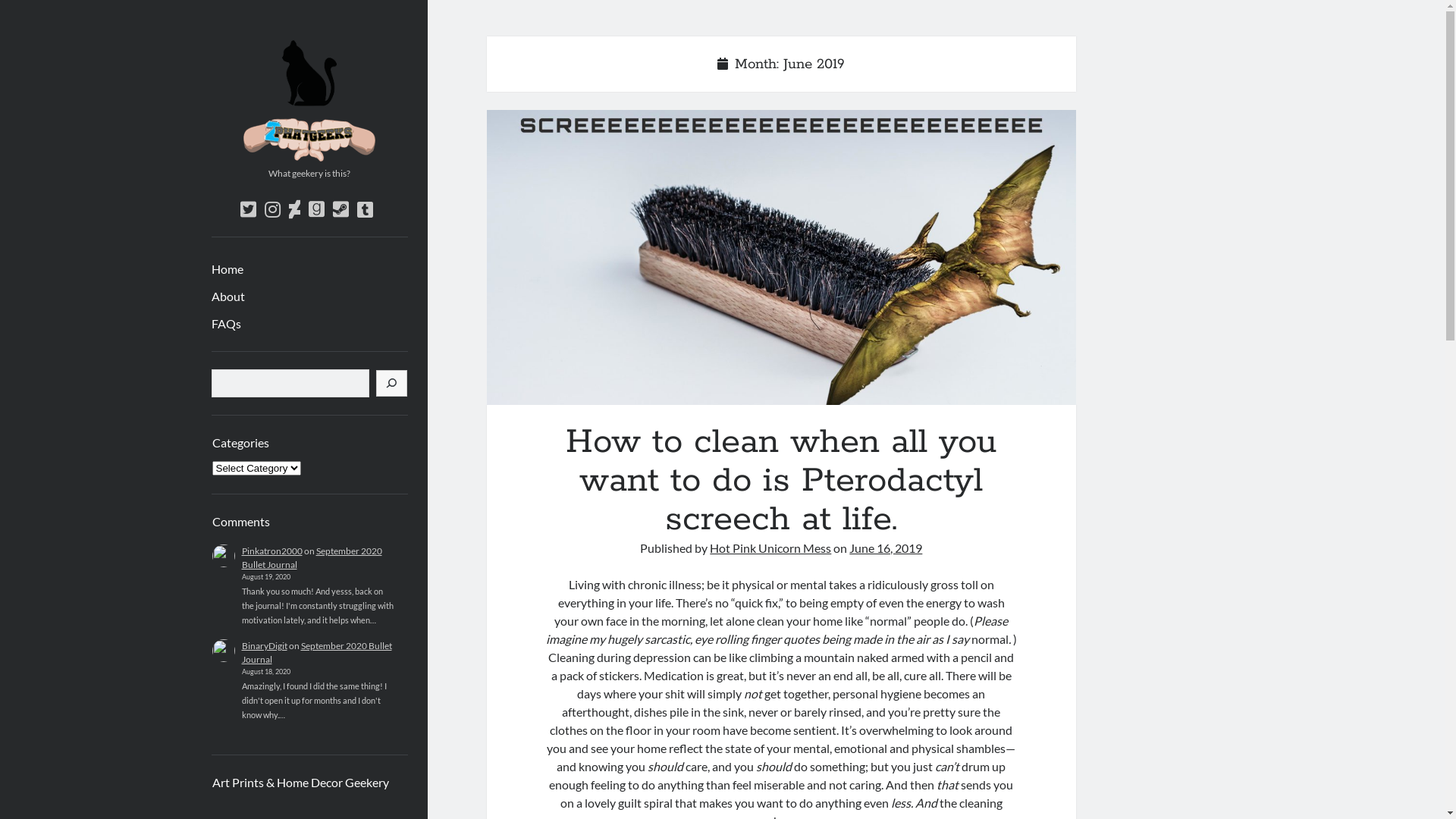 The image size is (1456, 819). I want to click on 'September 2020 Bullet Journal', so click(315, 651).